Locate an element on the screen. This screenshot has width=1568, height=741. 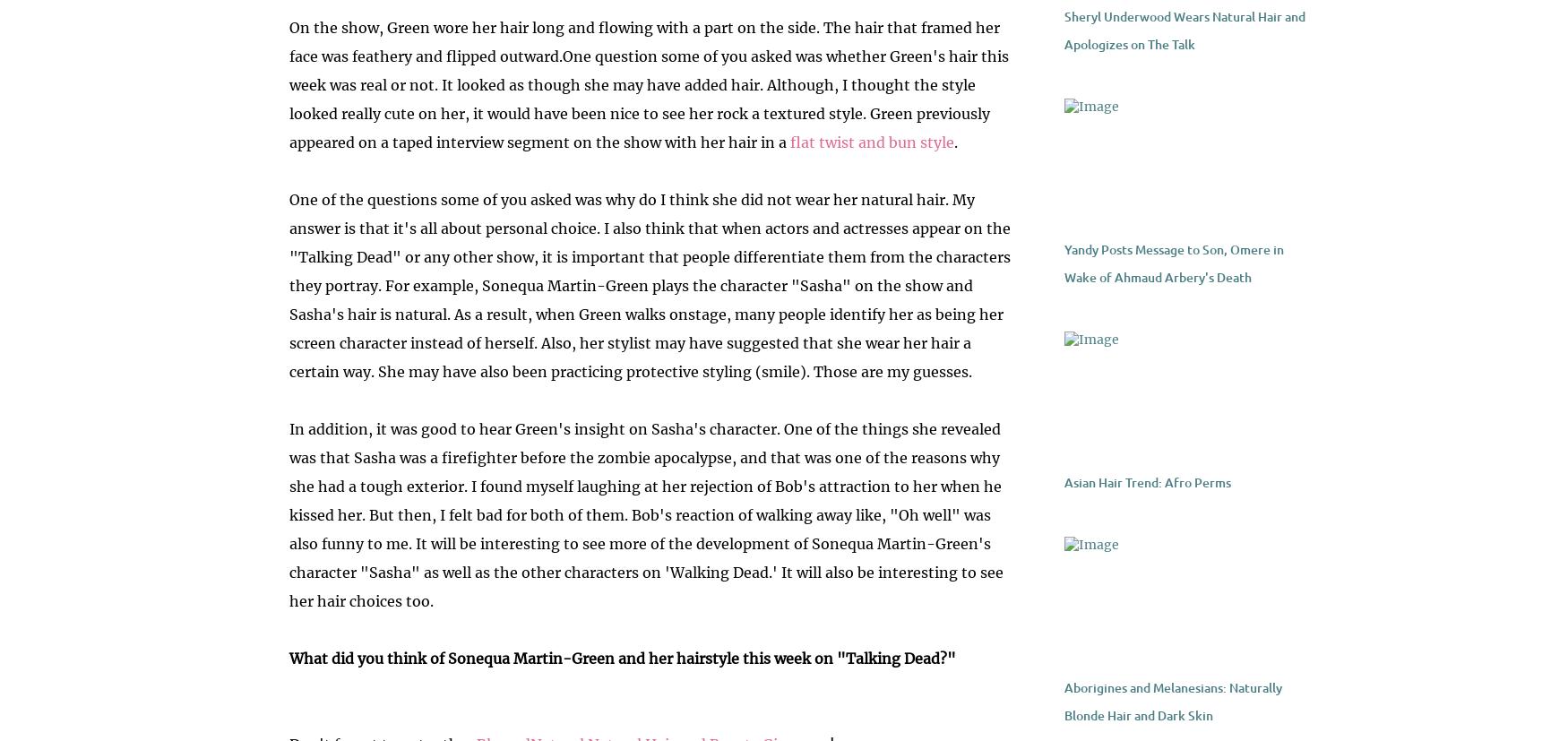
'flat twist and bun style' is located at coordinates (871, 142).